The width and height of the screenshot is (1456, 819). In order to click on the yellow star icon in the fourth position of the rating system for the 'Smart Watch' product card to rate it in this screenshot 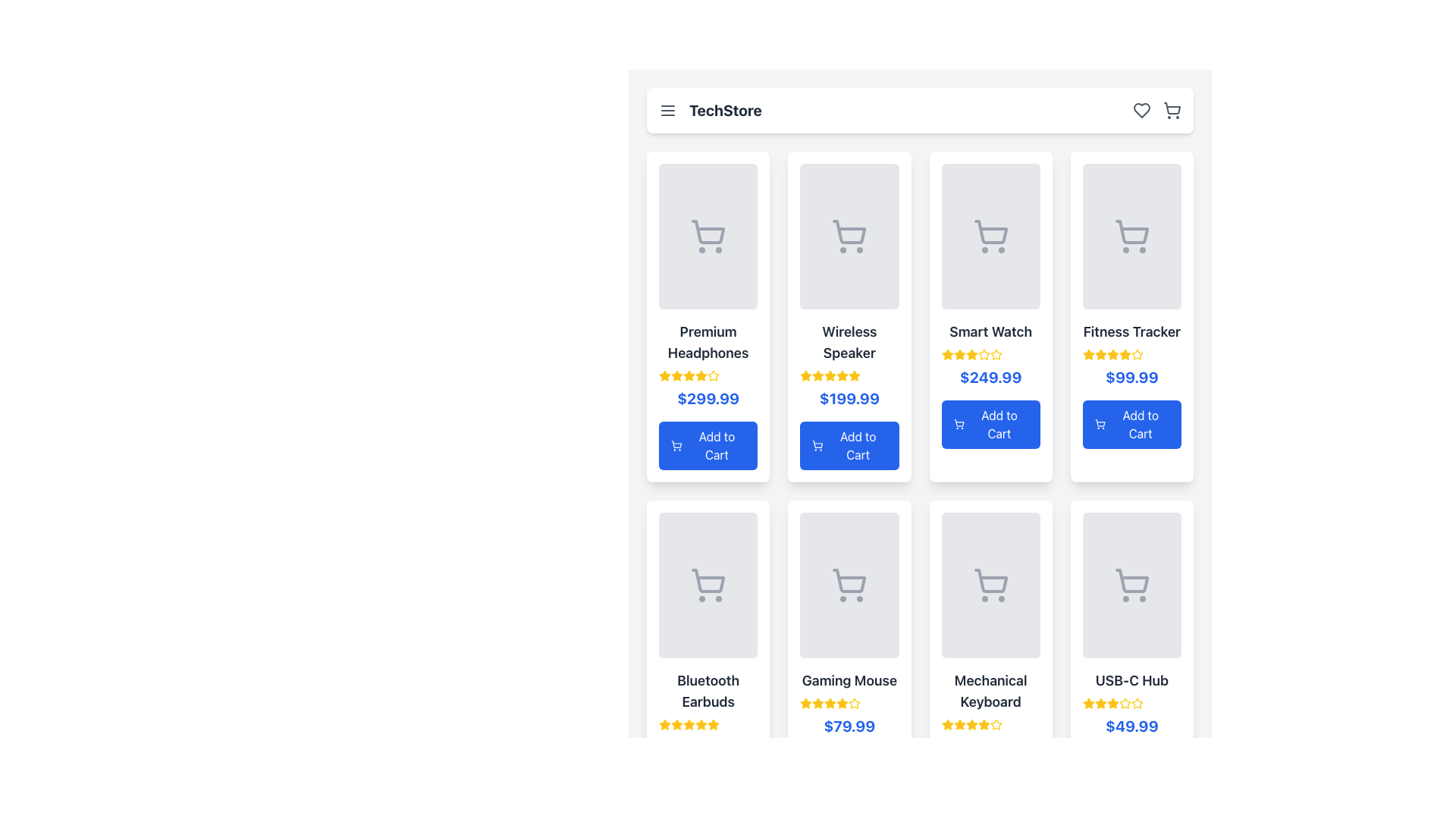, I will do `click(984, 354)`.